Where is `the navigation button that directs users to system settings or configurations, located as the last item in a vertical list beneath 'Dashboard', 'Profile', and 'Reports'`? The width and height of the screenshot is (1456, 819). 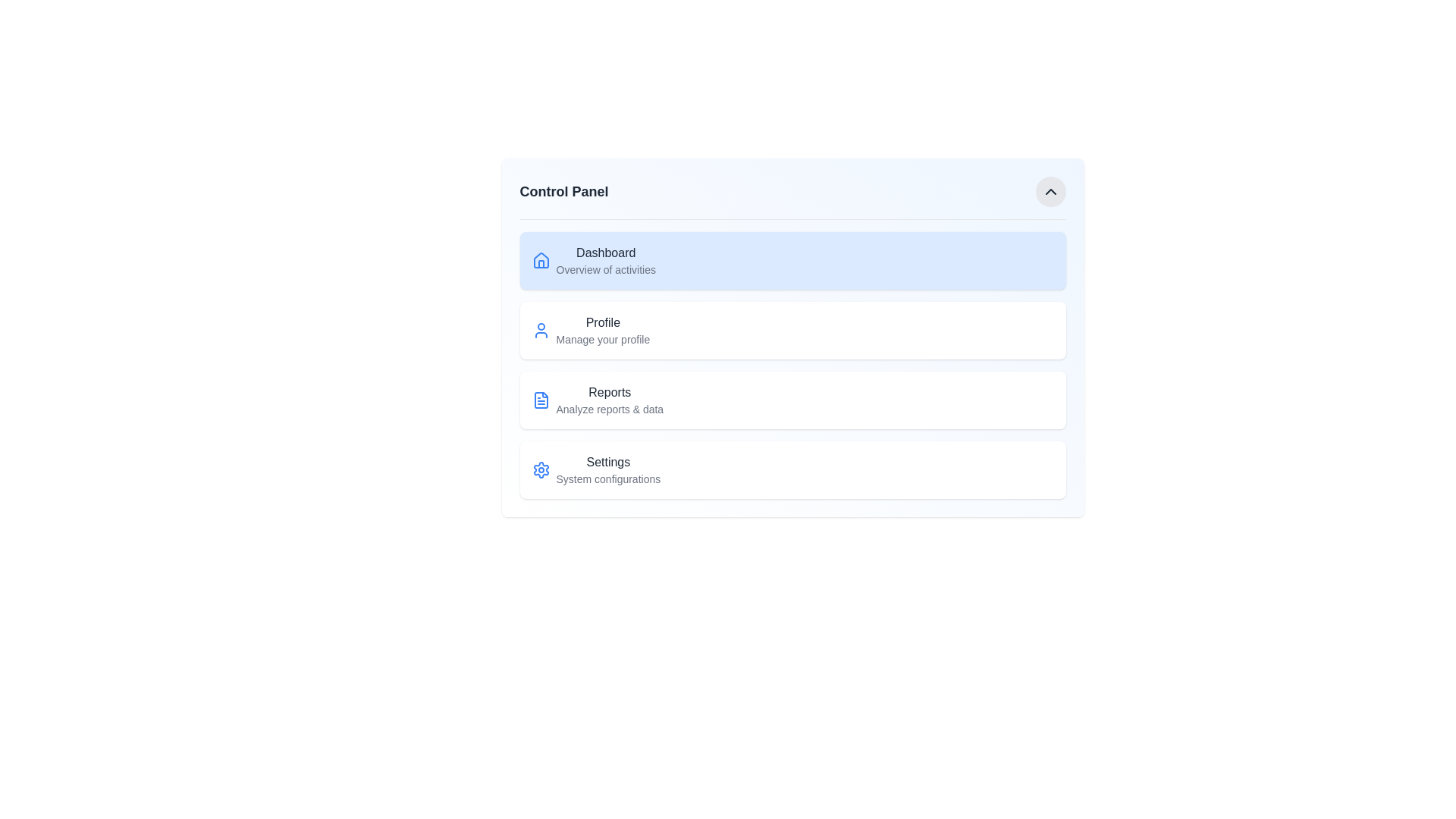 the navigation button that directs users to system settings or configurations, located as the last item in a vertical list beneath 'Dashboard', 'Profile', and 'Reports' is located at coordinates (792, 469).